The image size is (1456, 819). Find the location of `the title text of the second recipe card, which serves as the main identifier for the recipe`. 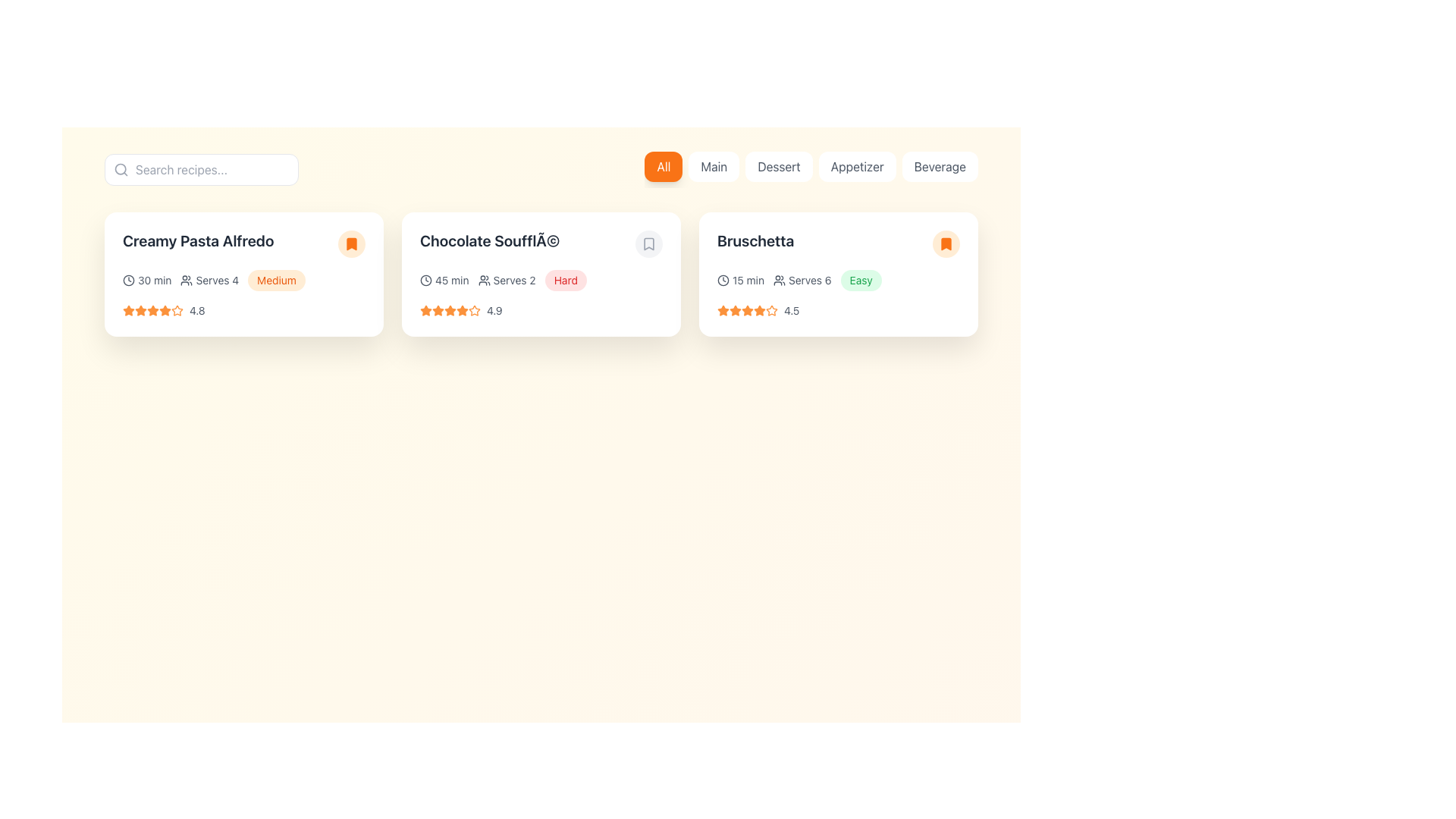

the title text of the second recipe card, which serves as the main identifier for the recipe is located at coordinates (541, 243).